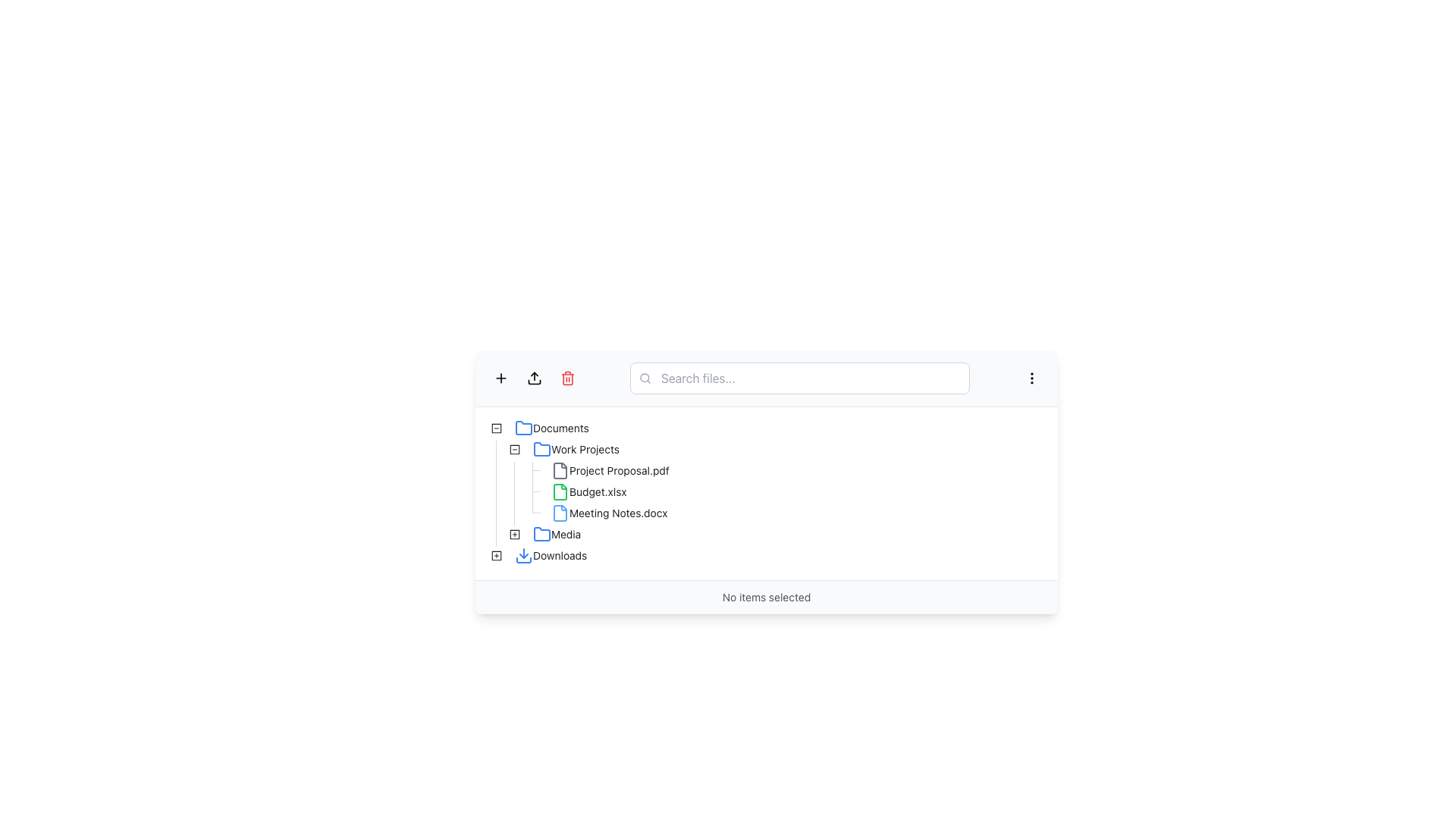 This screenshot has width=1456, height=819. What do you see at coordinates (575, 449) in the screenshot?
I see `the 'Work Projects' folder label` at bounding box center [575, 449].